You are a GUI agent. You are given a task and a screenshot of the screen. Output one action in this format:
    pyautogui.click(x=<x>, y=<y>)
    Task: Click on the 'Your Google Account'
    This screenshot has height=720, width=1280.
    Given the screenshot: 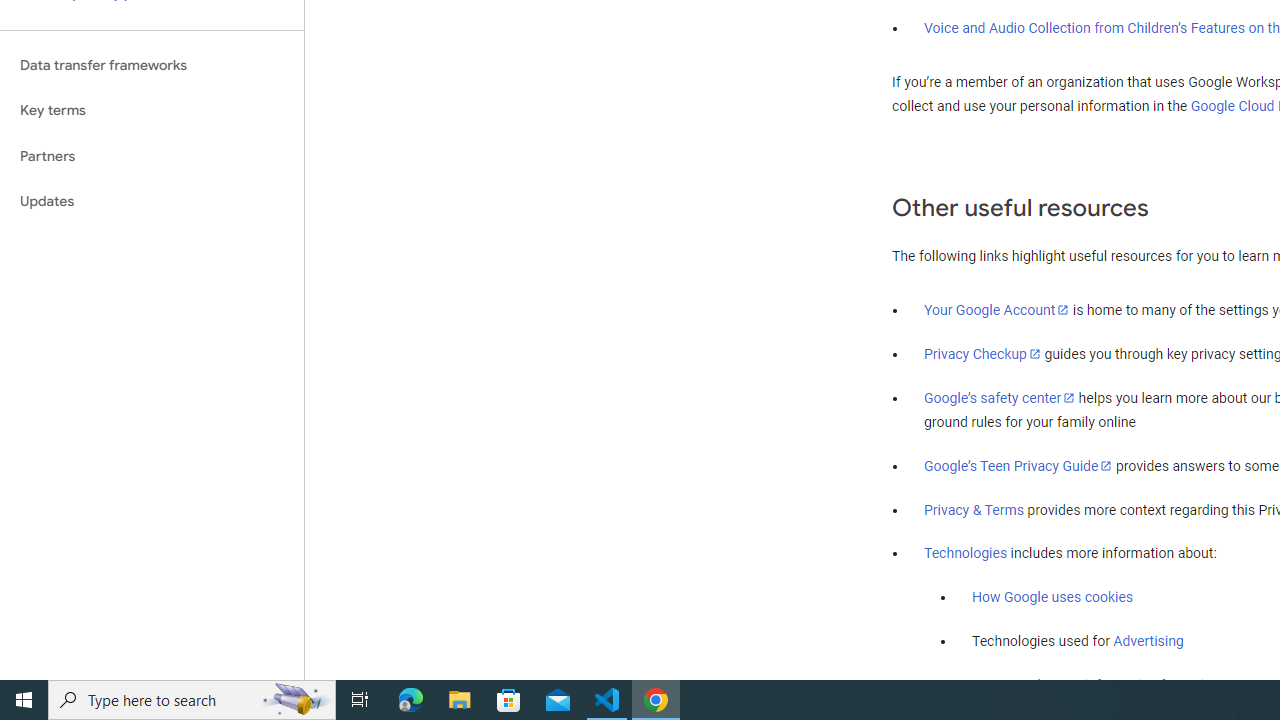 What is the action you would take?
    pyautogui.click(x=997, y=309)
    